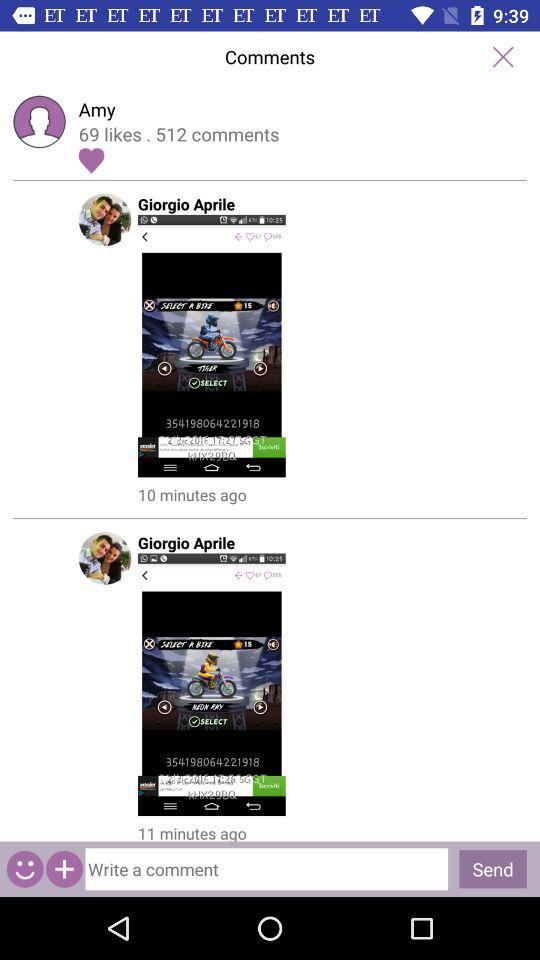 Image resolution: width=540 pixels, height=960 pixels. What do you see at coordinates (269, 346) in the screenshot?
I see `post` at bounding box center [269, 346].